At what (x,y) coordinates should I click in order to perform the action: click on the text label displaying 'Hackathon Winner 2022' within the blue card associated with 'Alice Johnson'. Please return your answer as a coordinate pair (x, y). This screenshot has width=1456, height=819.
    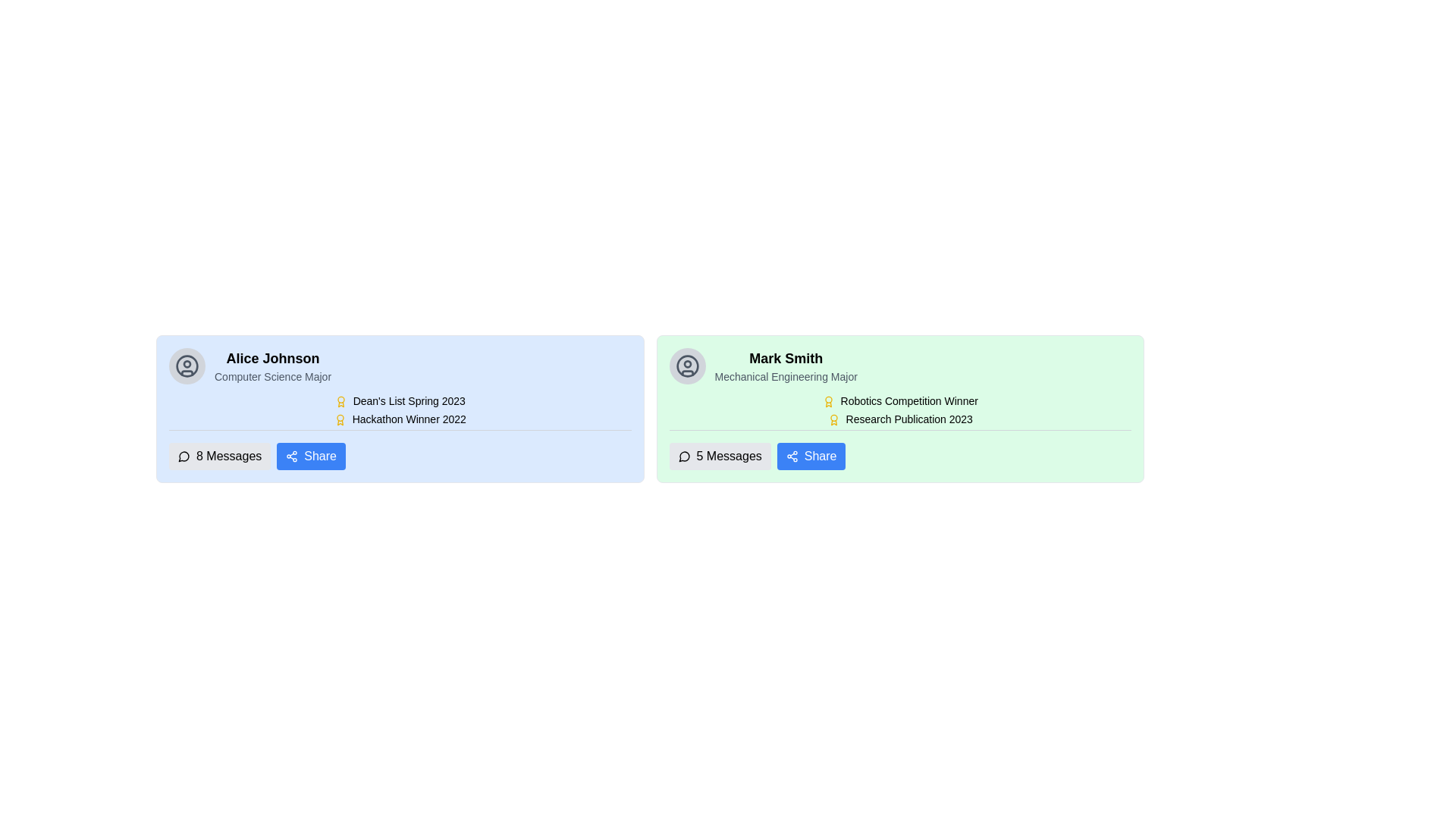
    Looking at the image, I should click on (400, 419).